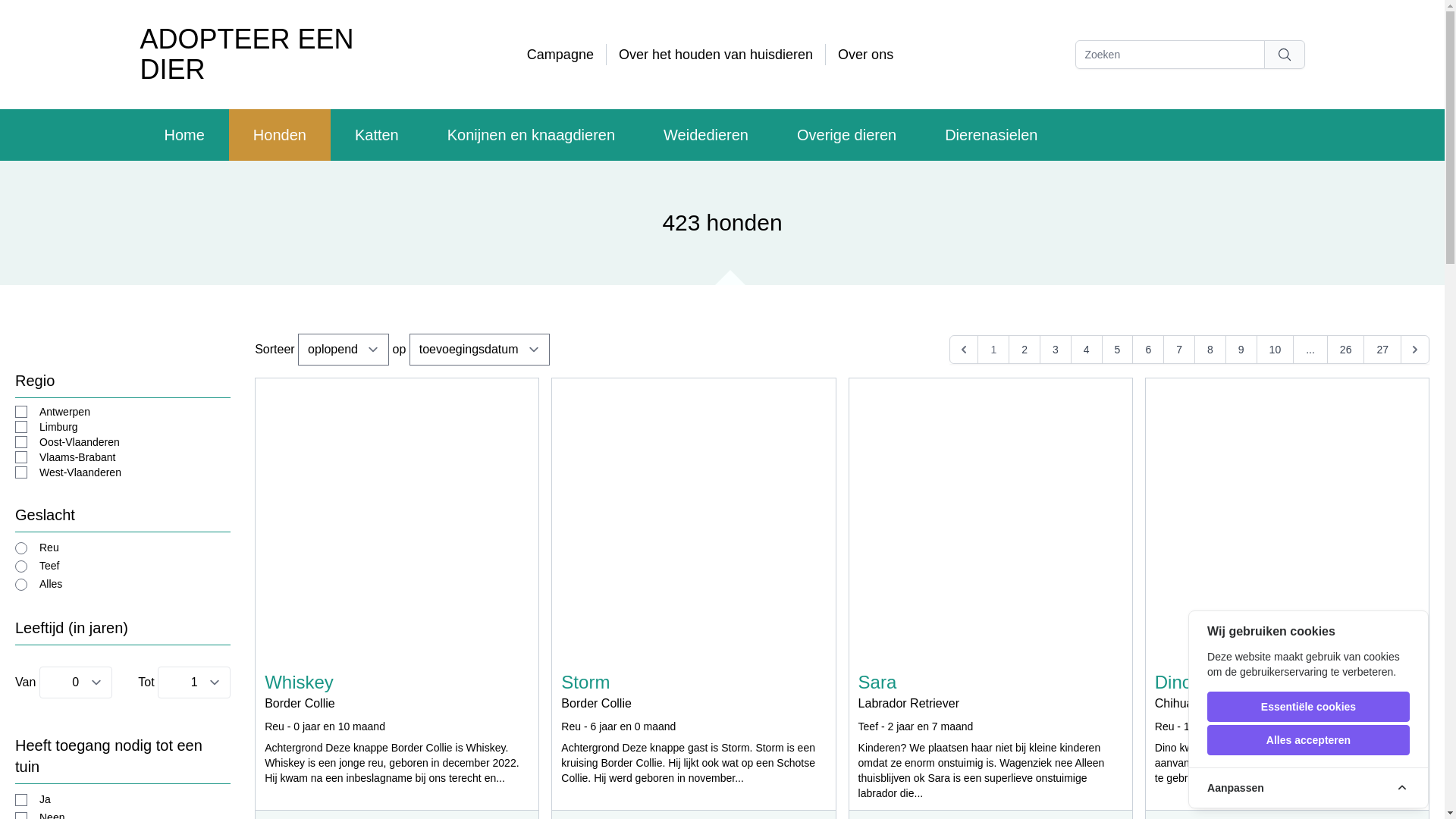 This screenshot has height=819, width=1456. I want to click on '3', so click(1055, 350).